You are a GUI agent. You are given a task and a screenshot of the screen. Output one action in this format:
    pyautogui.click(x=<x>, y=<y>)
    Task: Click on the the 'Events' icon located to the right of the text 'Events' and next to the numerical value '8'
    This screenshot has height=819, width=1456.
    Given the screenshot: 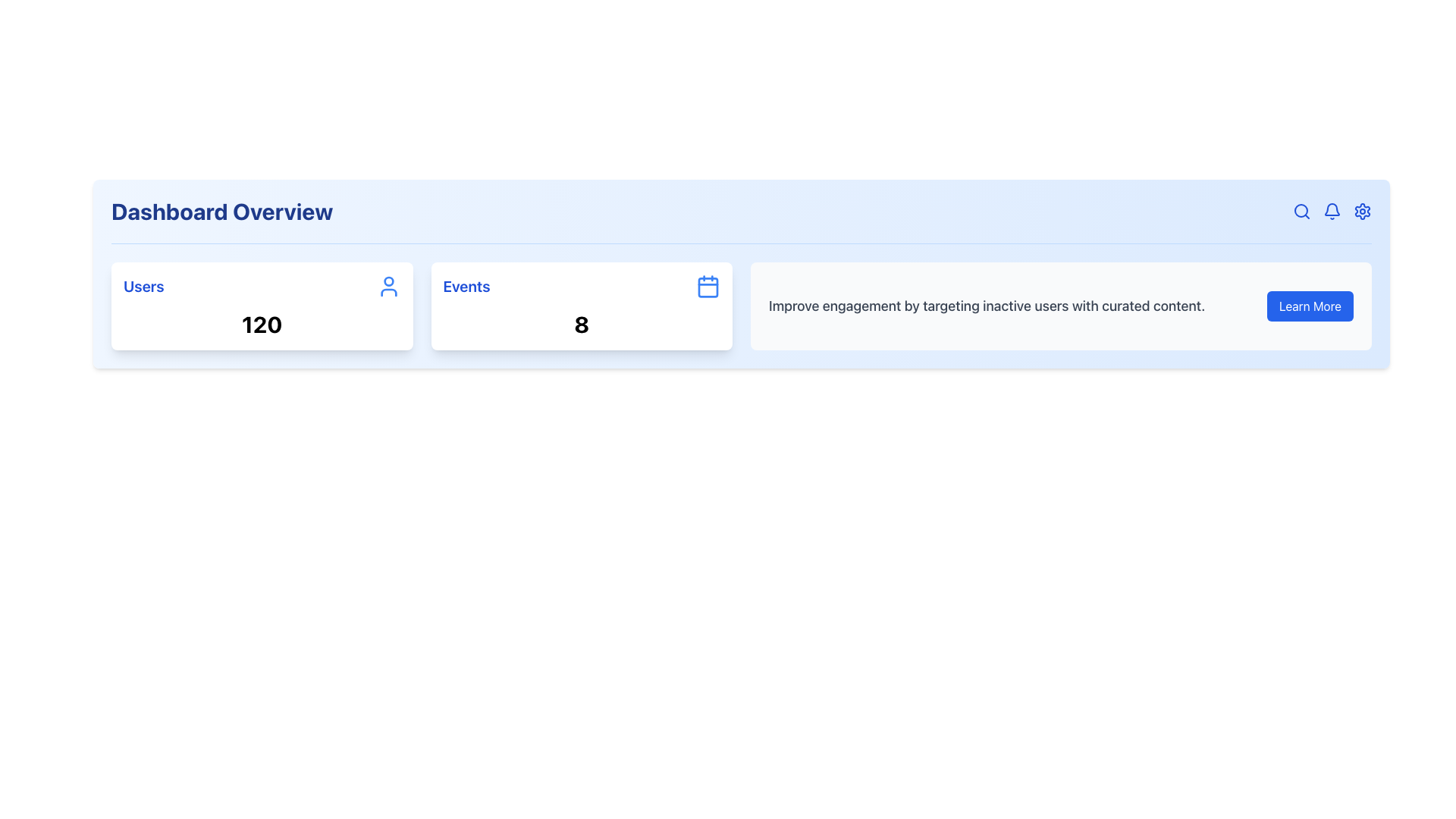 What is the action you would take?
    pyautogui.click(x=708, y=287)
    